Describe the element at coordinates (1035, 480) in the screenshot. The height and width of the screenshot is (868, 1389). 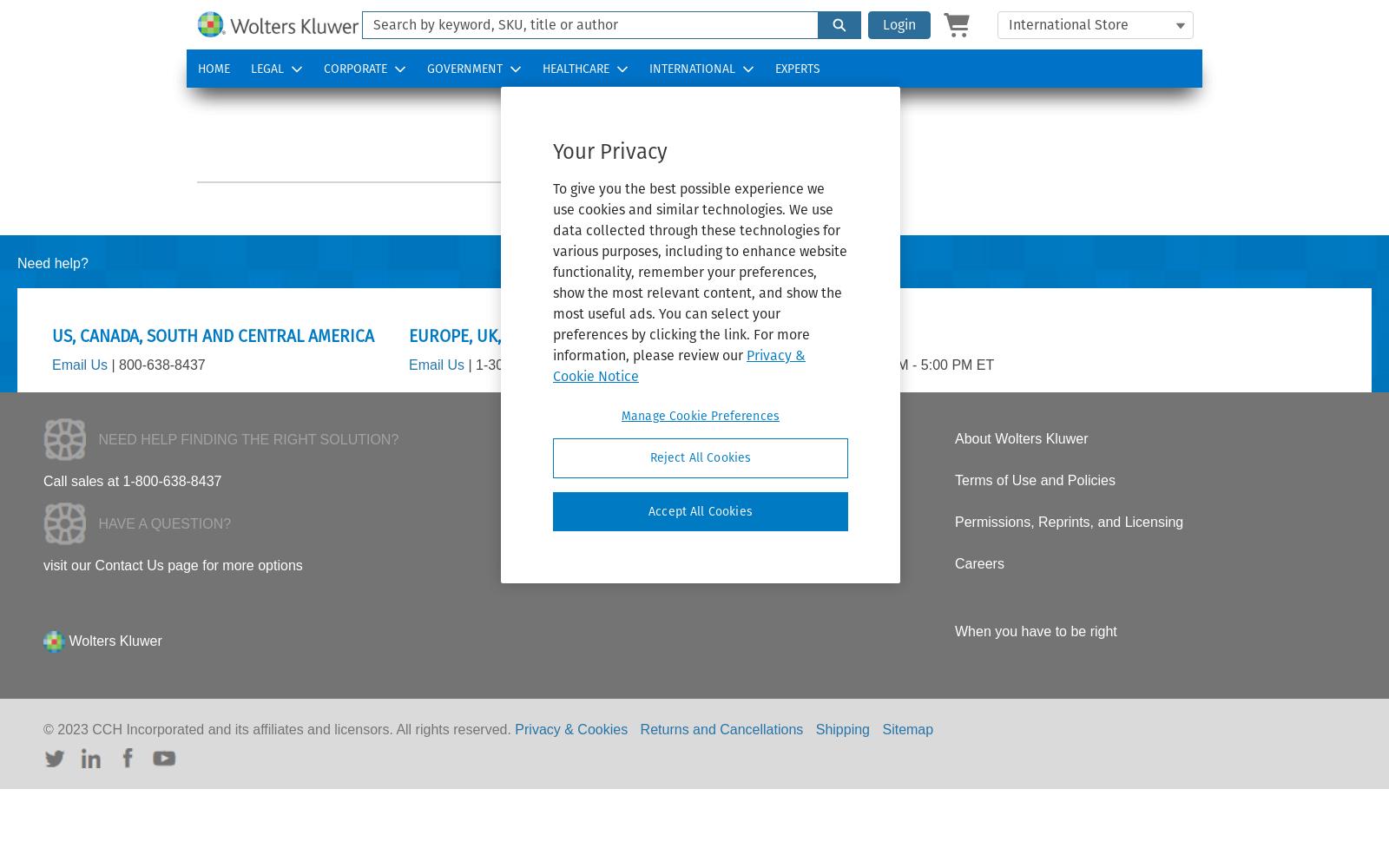
I see `'Terms of Use and Policies'` at that location.